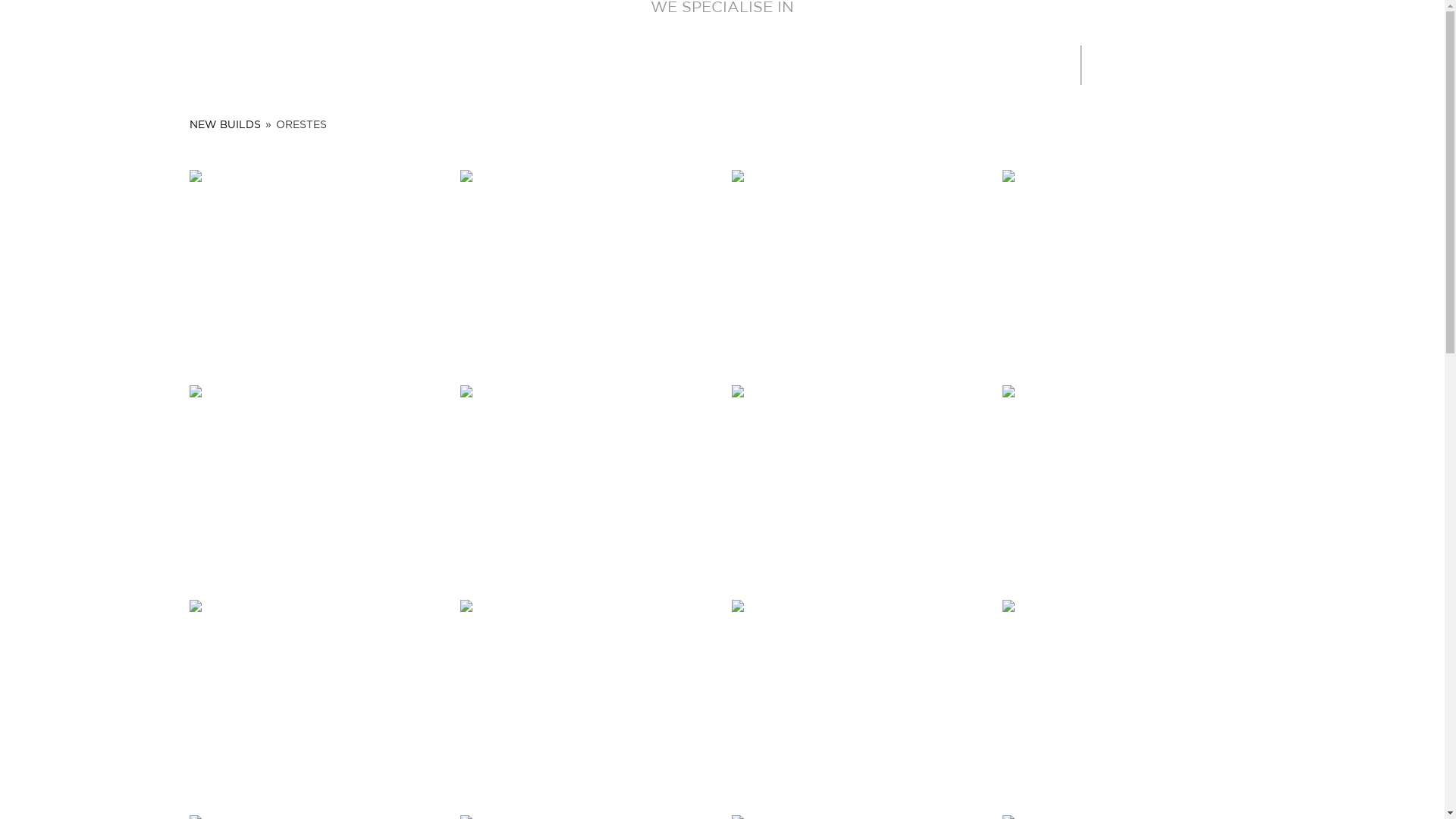 This screenshot has height=819, width=1456. Describe the element at coordinates (1329, 64) in the screenshot. I see `'REQUEST A MEETING'` at that location.